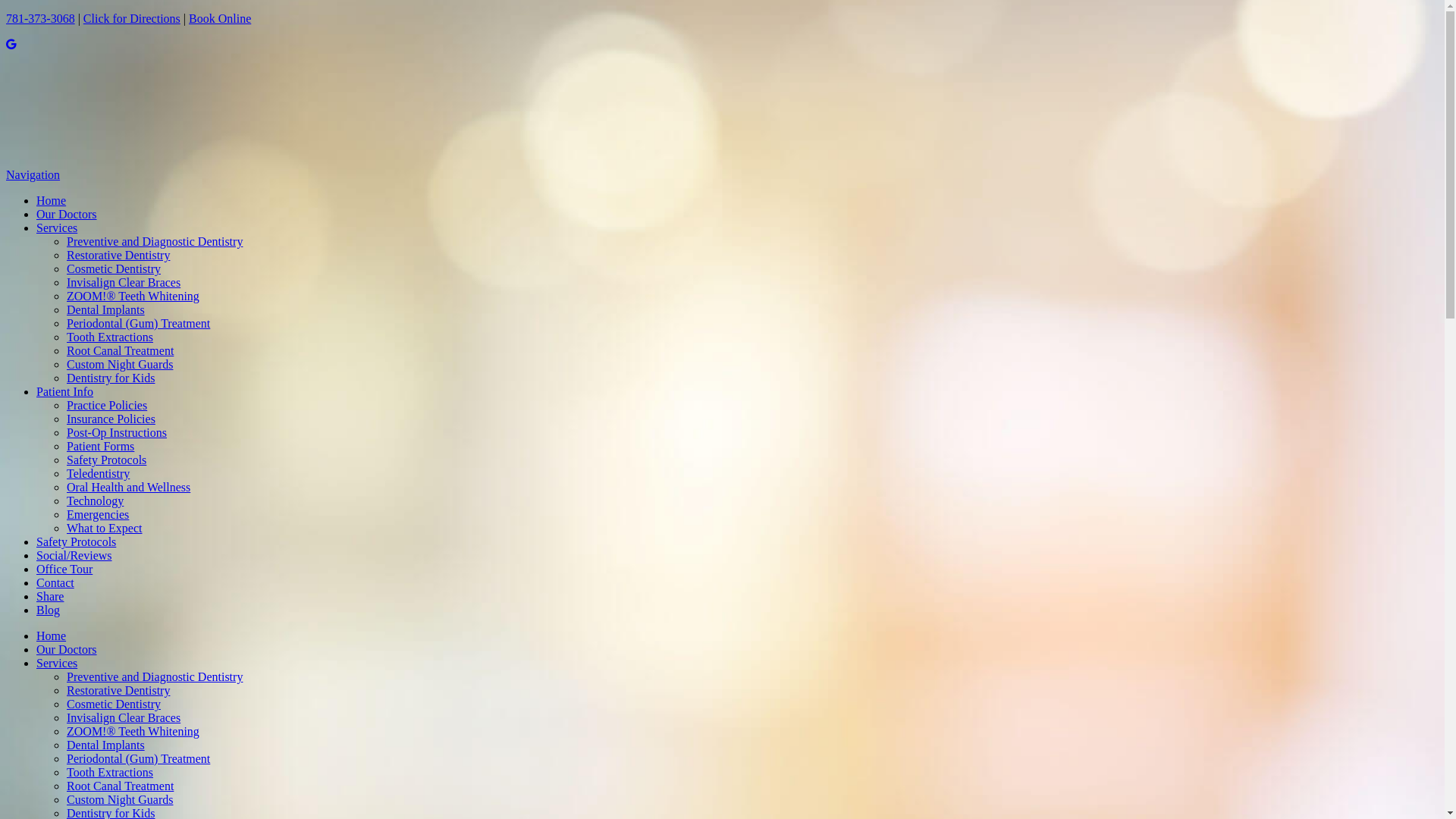  Describe the element at coordinates (112, 268) in the screenshot. I see `'Cosmetic Dentistry'` at that location.